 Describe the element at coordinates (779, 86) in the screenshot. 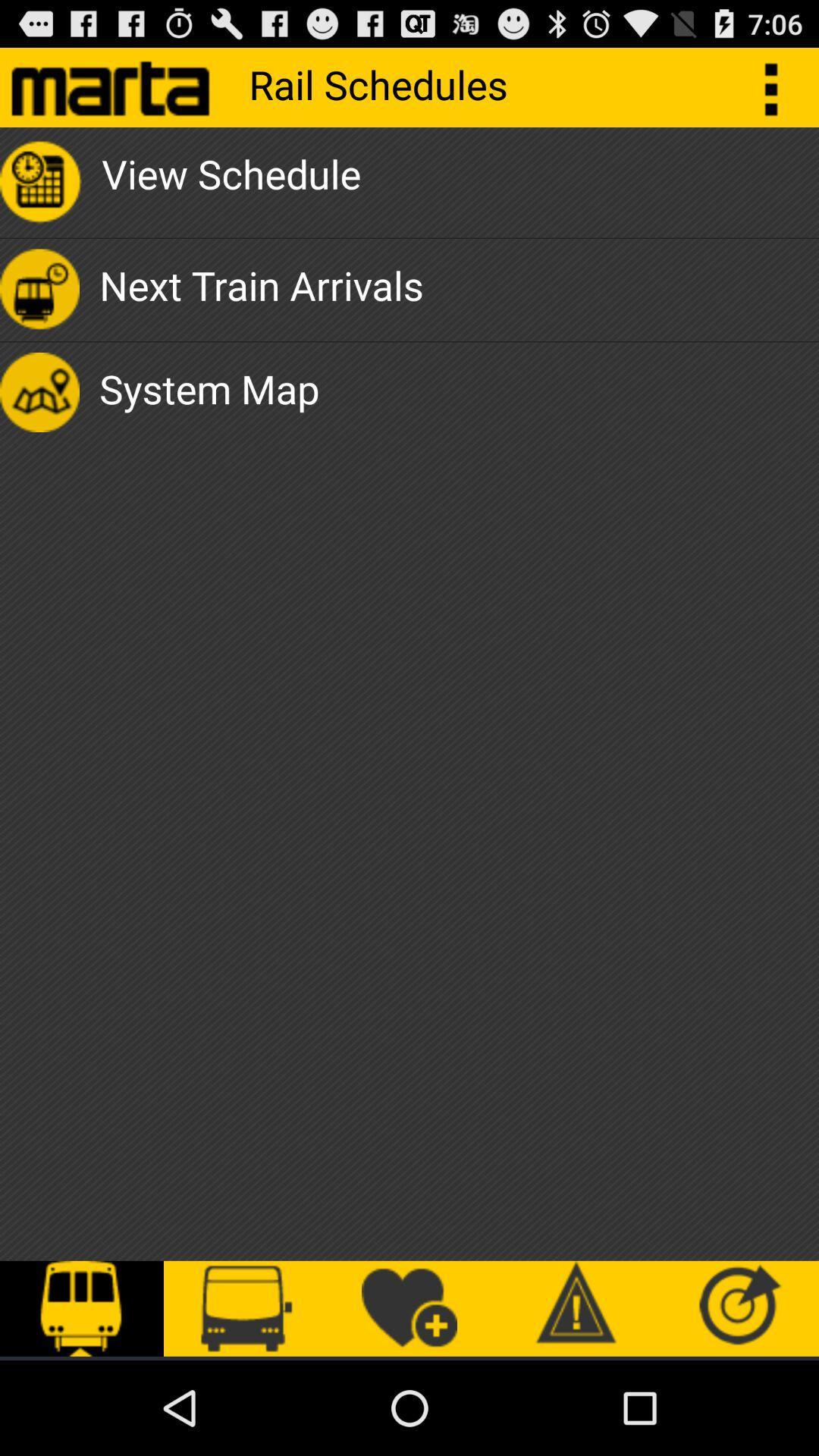

I see `the icon at the top right corner` at that location.